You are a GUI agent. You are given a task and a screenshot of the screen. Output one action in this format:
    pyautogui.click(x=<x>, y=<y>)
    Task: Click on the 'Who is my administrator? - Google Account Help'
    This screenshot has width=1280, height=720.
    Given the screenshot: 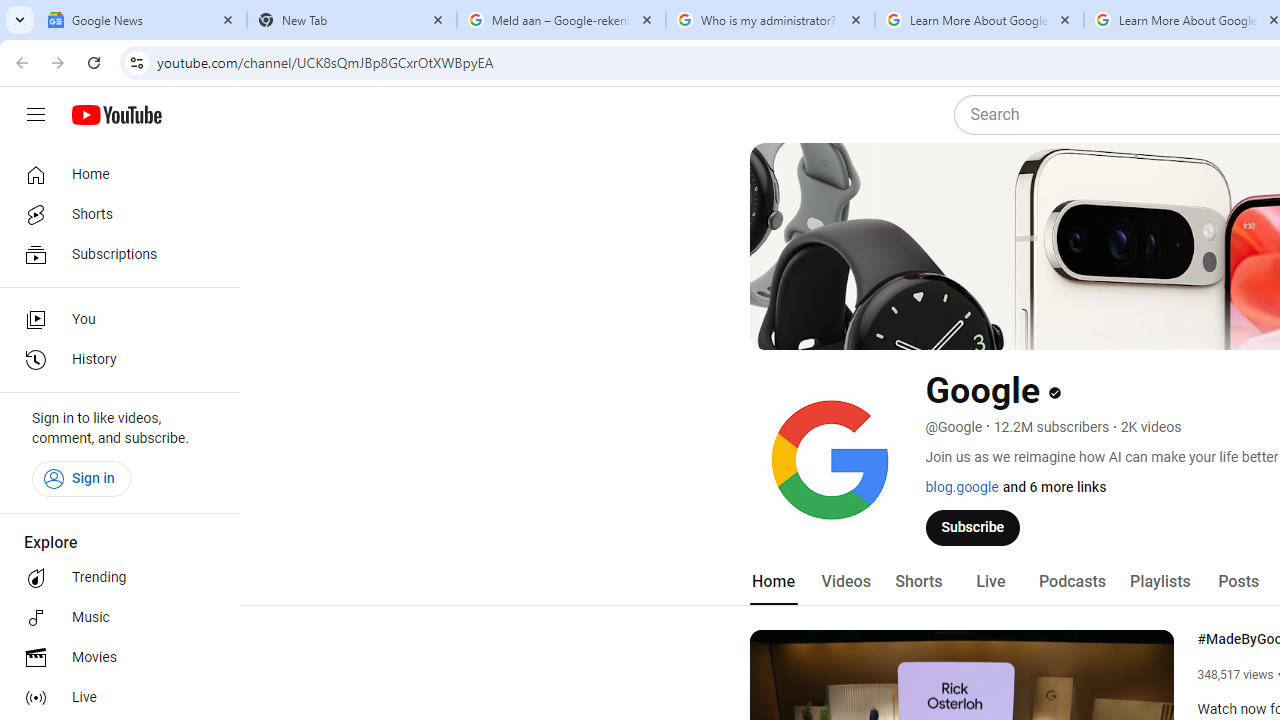 What is the action you would take?
    pyautogui.click(x=769, y=20)
    